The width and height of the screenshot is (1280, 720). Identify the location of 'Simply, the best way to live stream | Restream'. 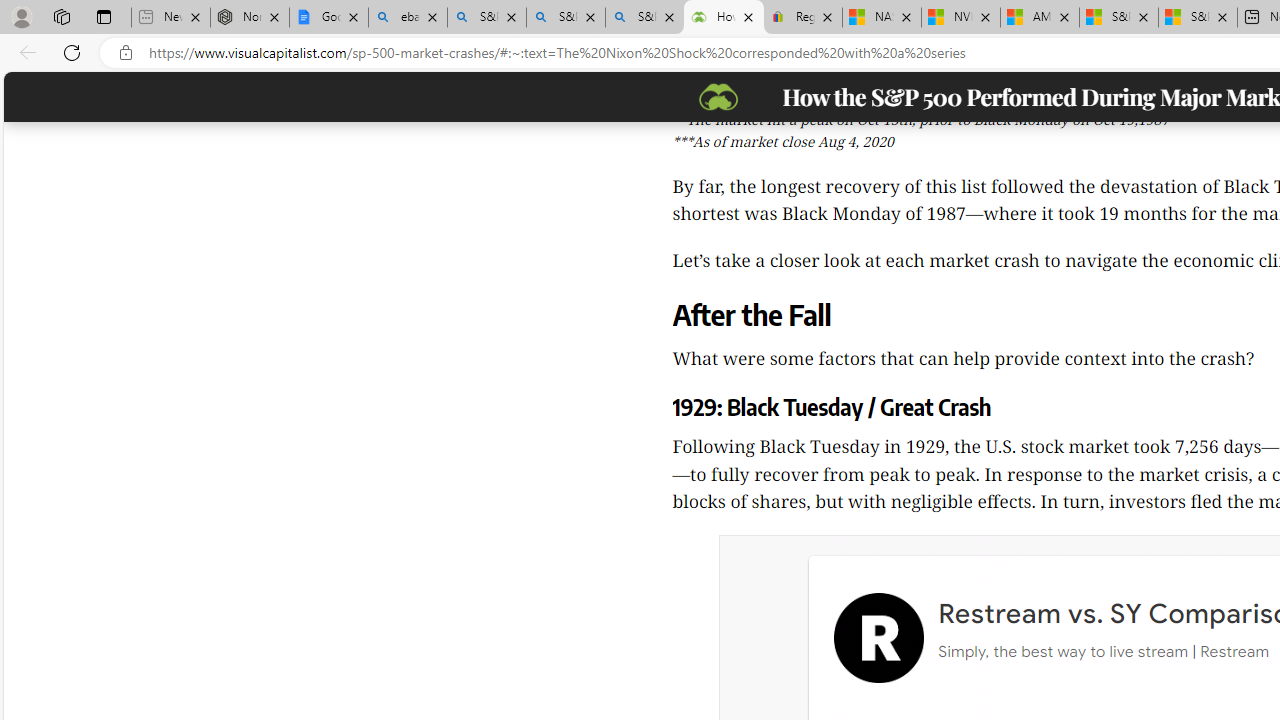
(1101, 651).